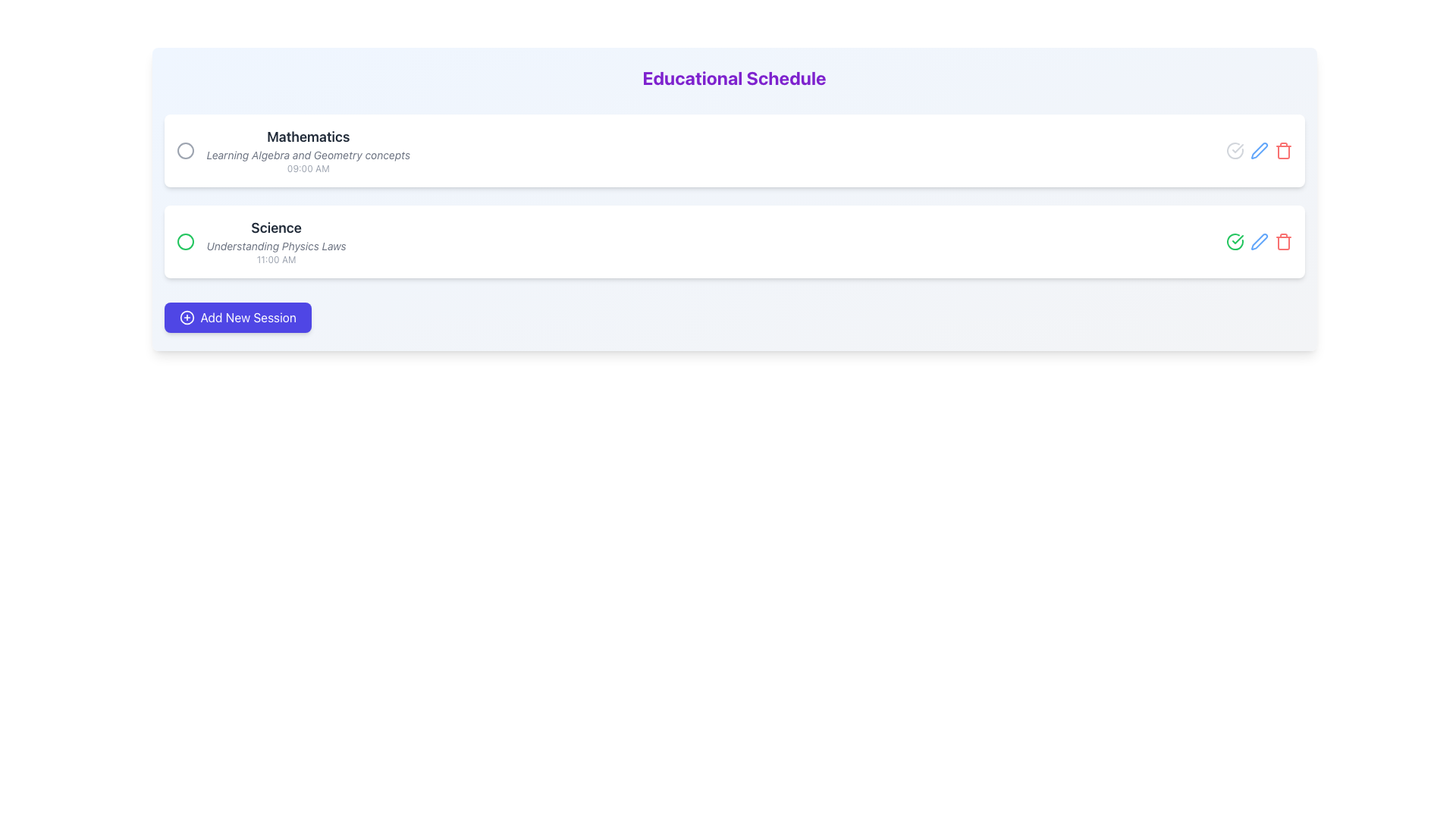 The width and height of the screenshot is (1456, 819). What do you see at coordinates (186, 317) in the screenshot?
I see `the circle-plus icon located on the left side of the blue 'Add New Session' button at the bottom of the page` at bounding box center [186, 317].